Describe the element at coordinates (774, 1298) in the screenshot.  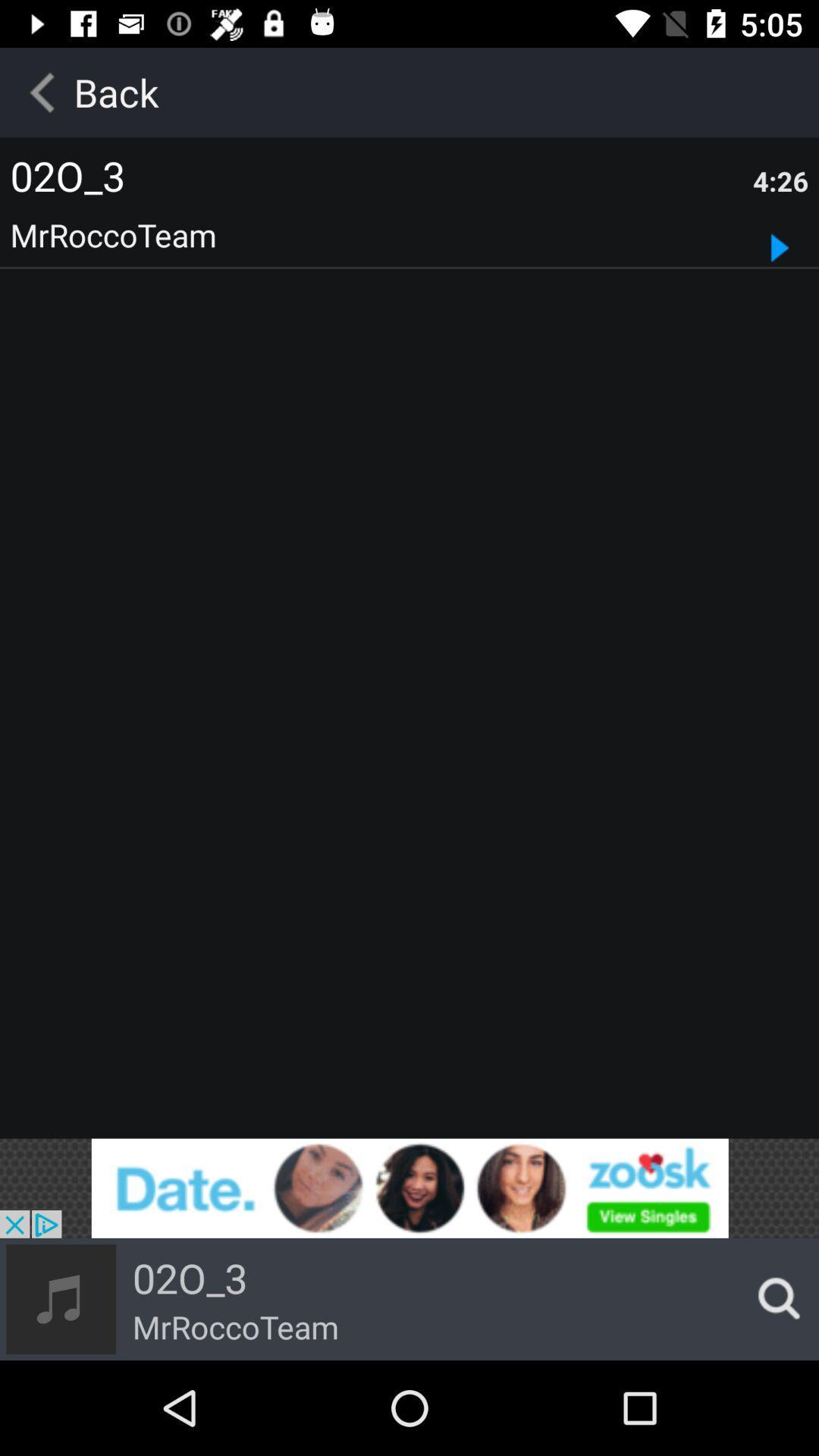
I see `the search` at that location.